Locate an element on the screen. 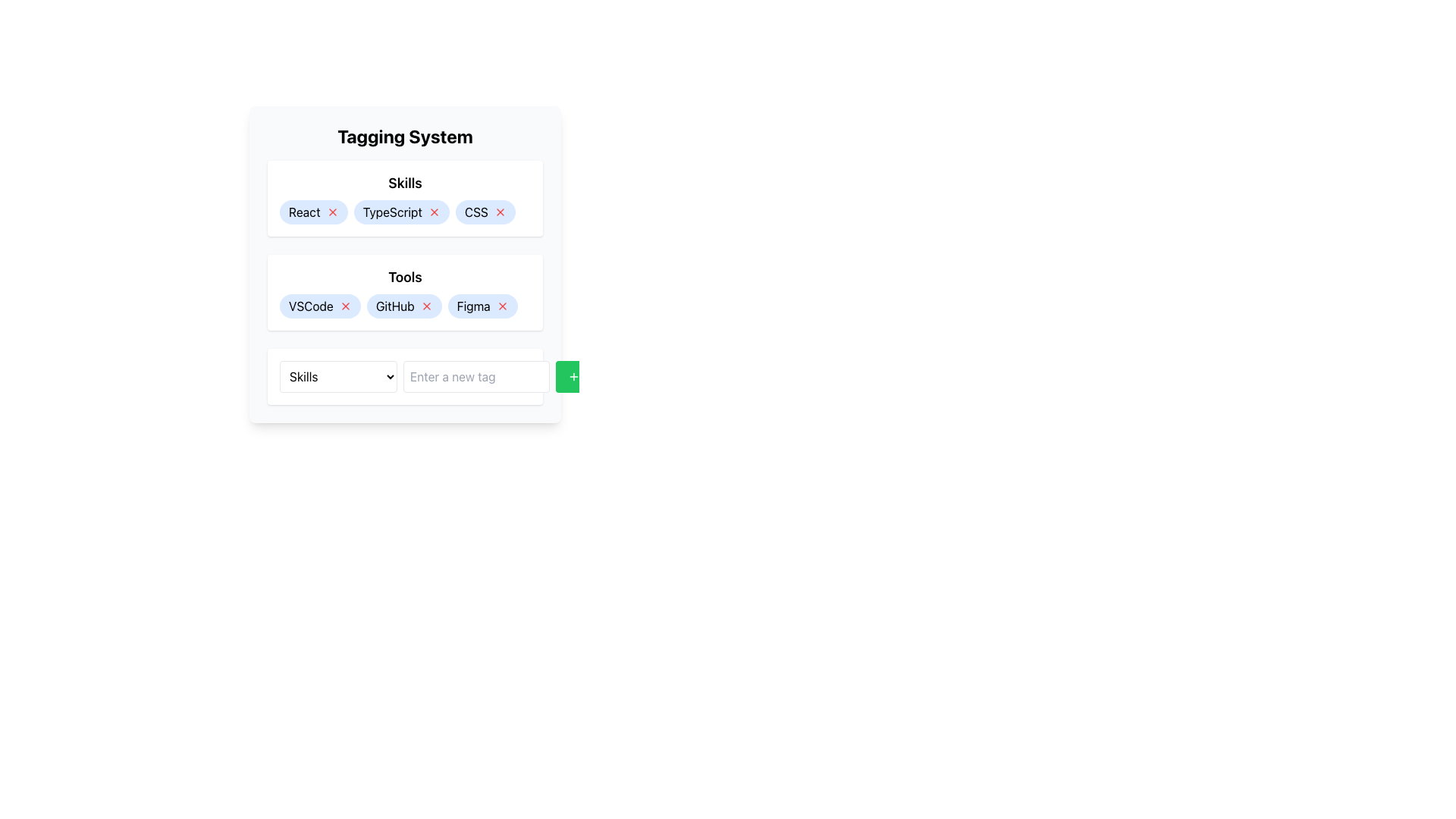 The width and height of the screenshot is (1456, 819). the small red 'X' icon located within the blue badge labeled 'CSS' in the 'Skills' section is located at coordinates (500, 212).